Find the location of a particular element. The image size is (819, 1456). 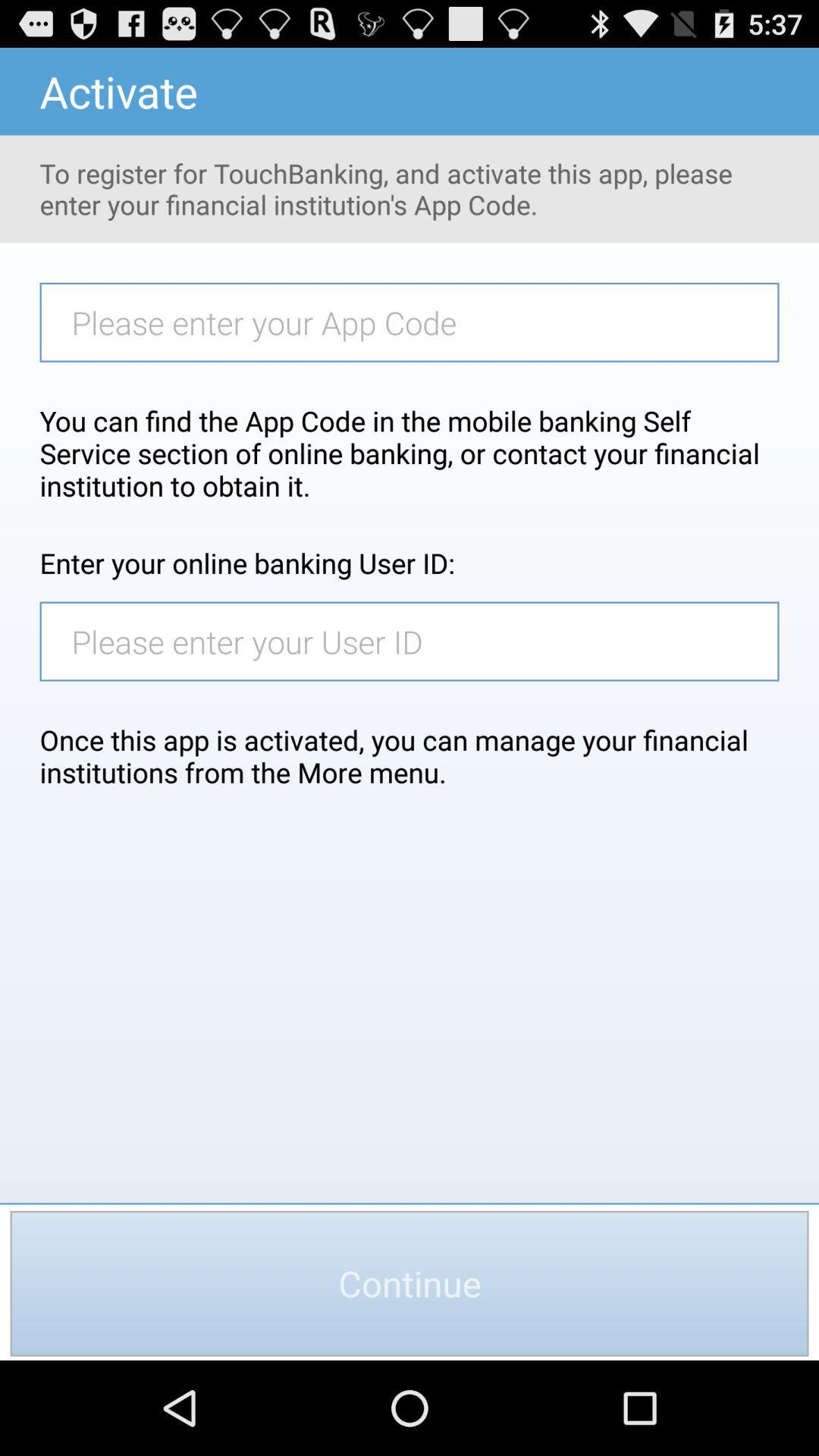

code is located at coordinates (417, 322).